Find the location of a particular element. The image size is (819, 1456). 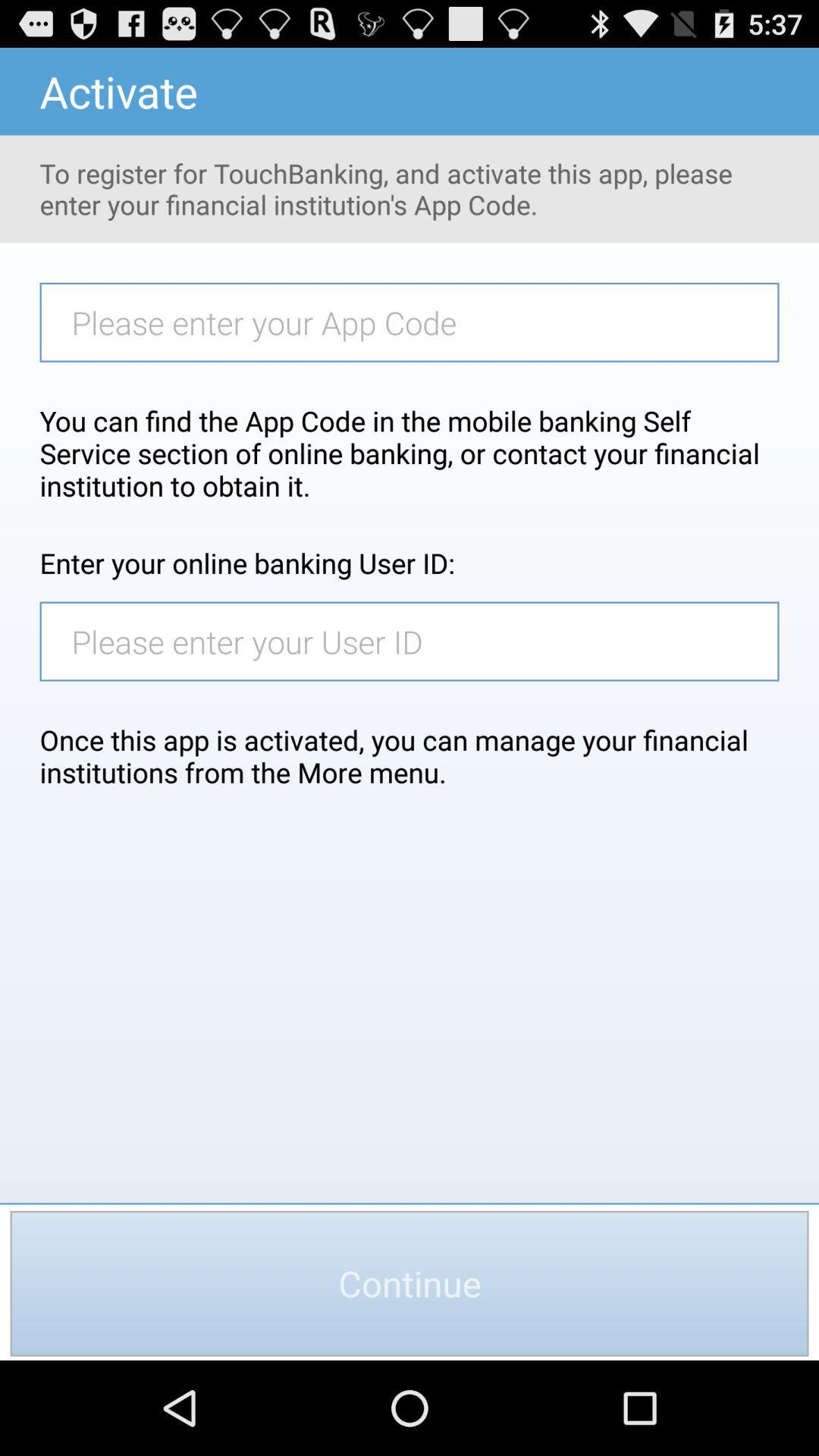

code is located at coordinates (417, 322).